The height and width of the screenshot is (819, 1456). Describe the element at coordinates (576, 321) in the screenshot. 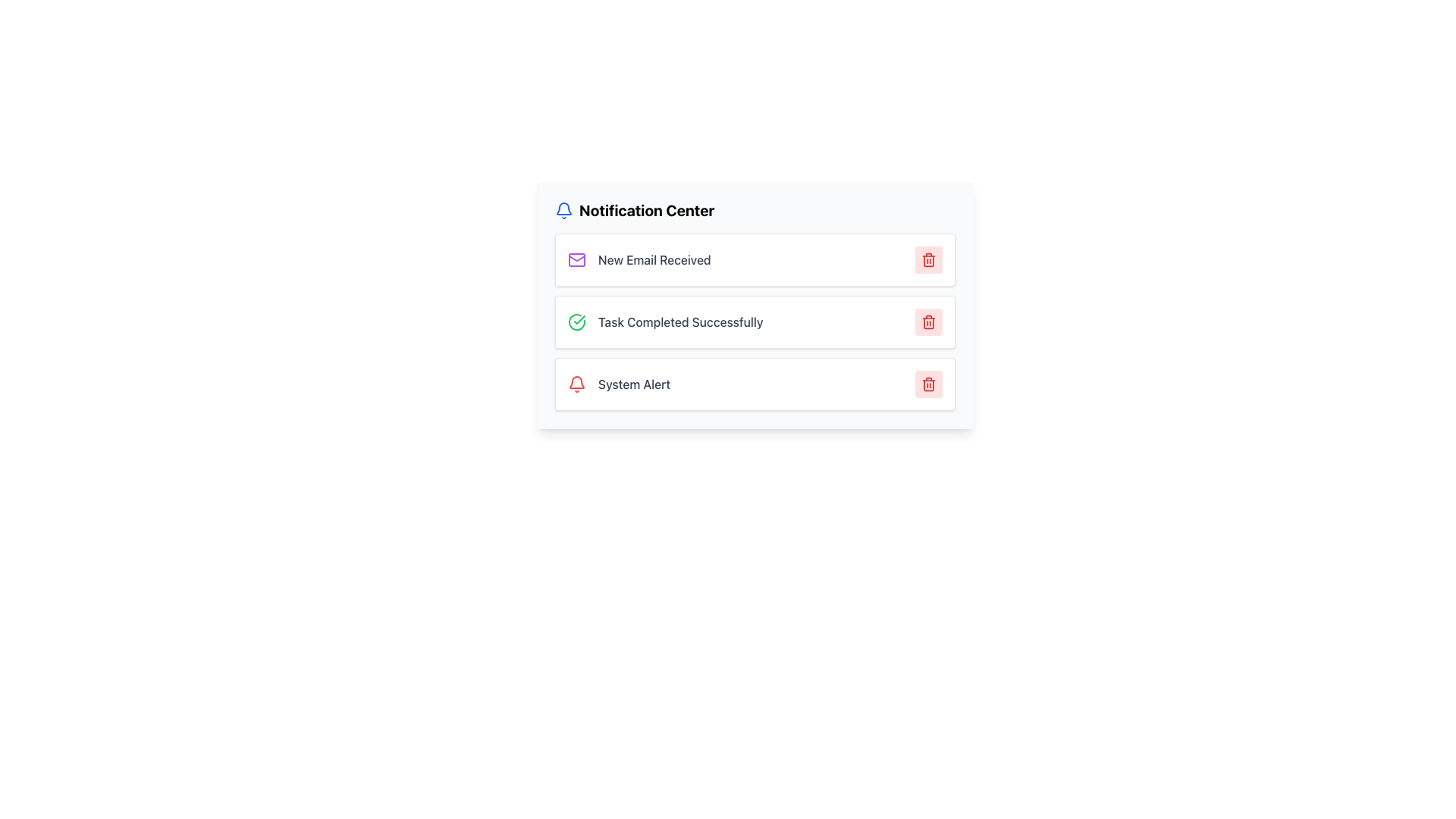

I see `the green check-shaped icon indicating task completion` at that location.